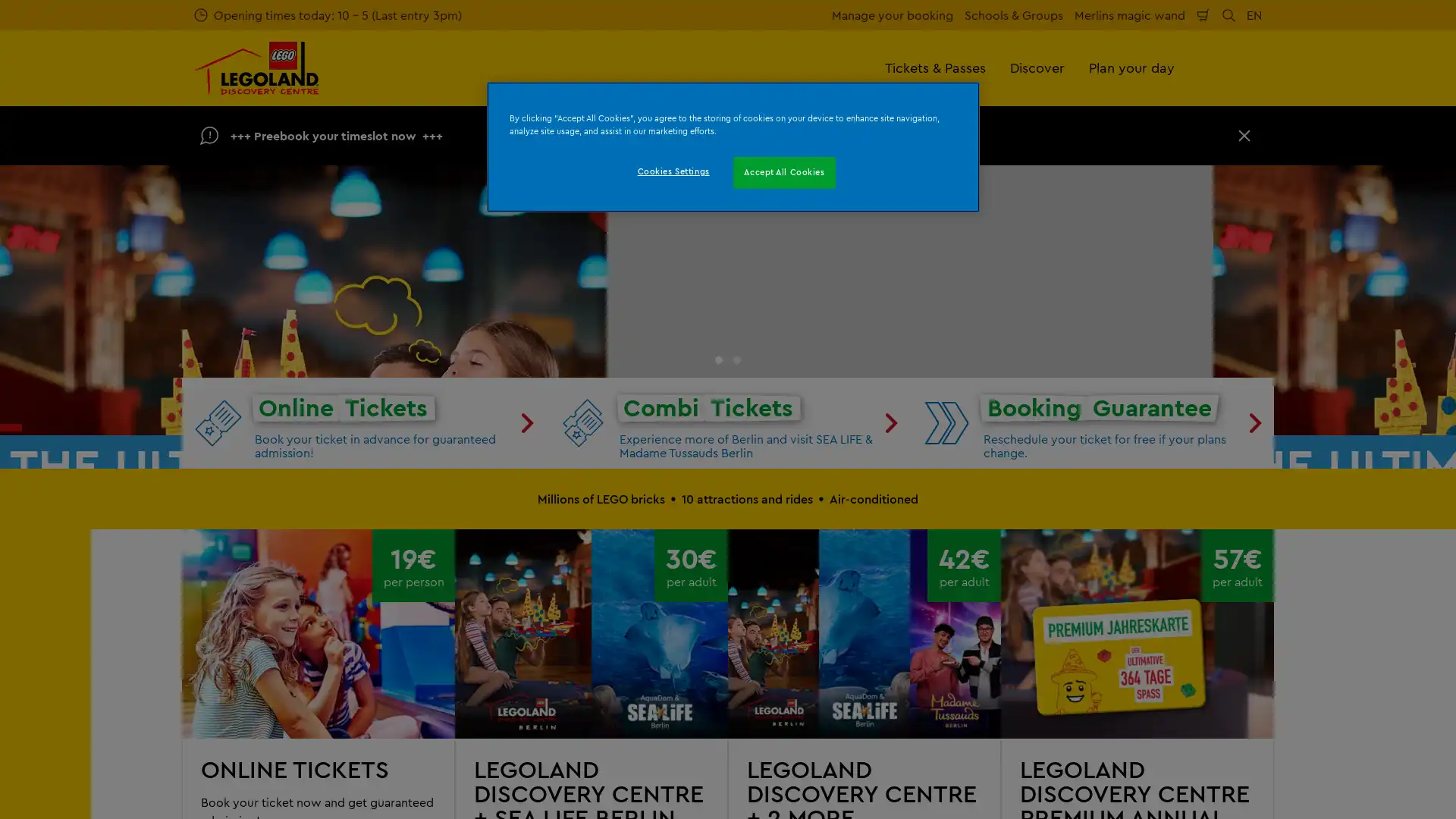 Image resolution: width=1456 pixels, height=819 pixels. What do you see at coordinates (1244, 134) in the screenshot?
I see `Close` at bounding box center [1244, 134].